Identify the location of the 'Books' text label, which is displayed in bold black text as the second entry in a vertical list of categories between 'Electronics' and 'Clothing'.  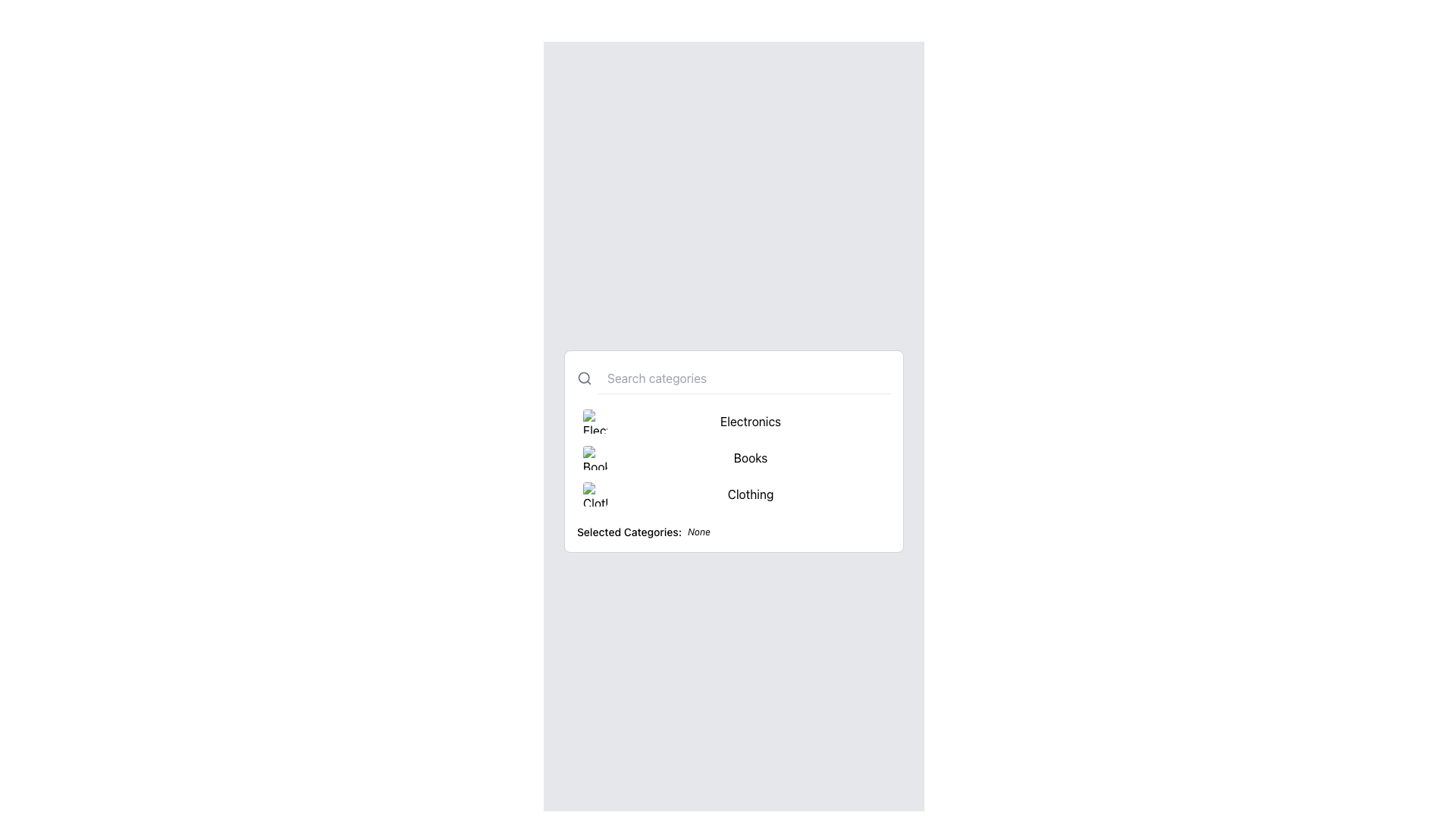
(750, 457).